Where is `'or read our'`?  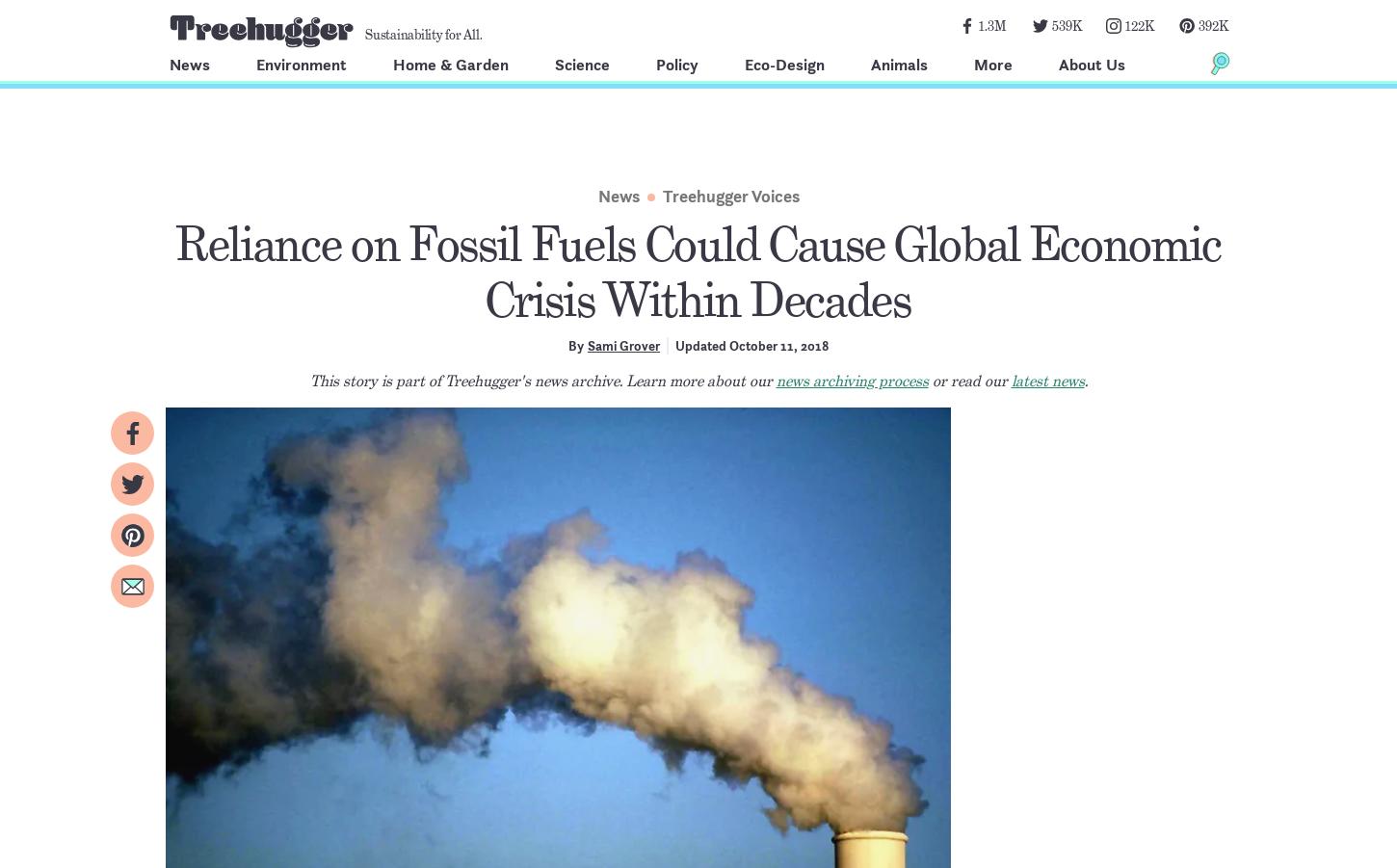
'or read our' is located at coordinates (926, 380).